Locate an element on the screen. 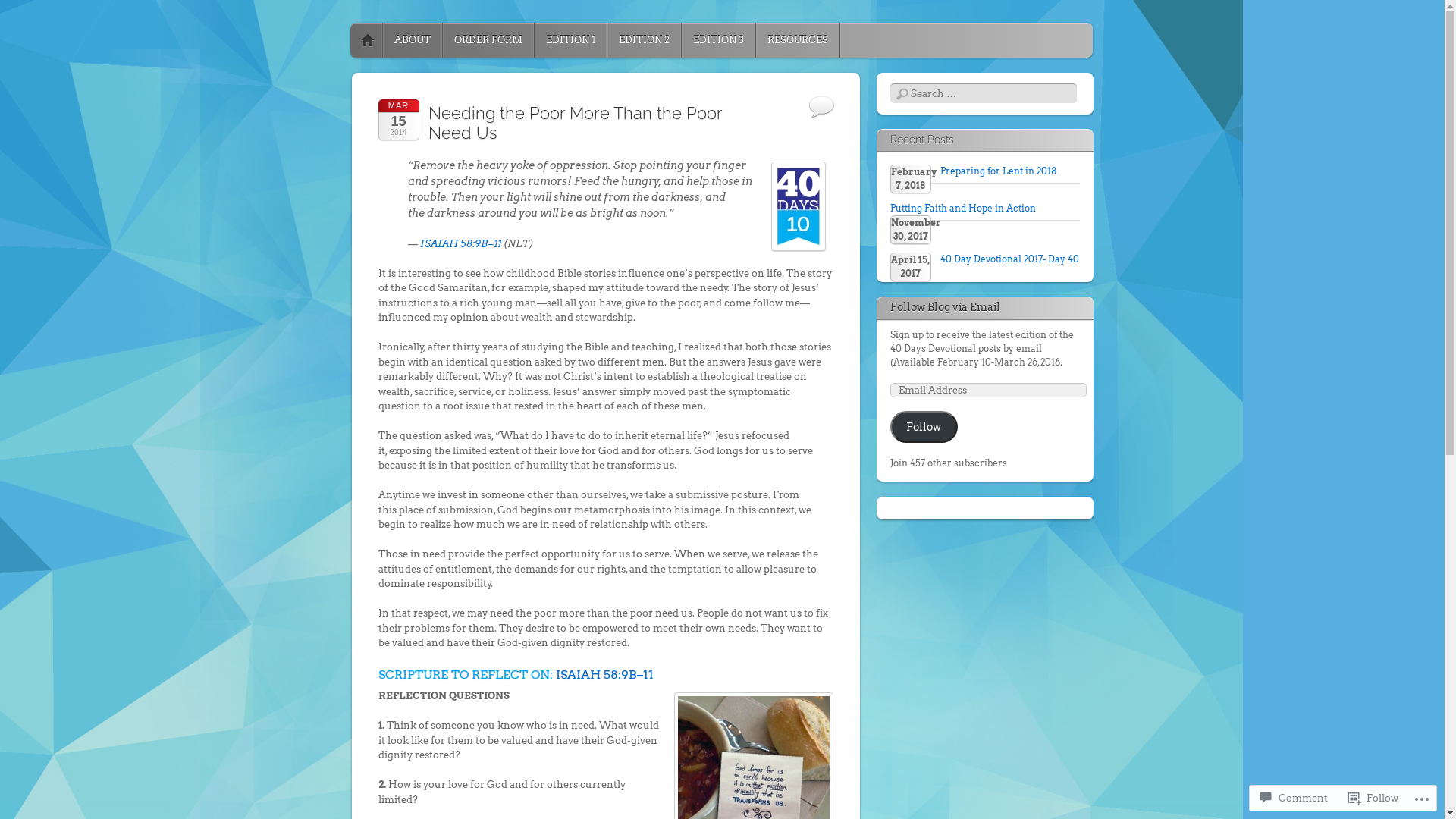 The height and width of the screenshot is (819, 1456). 'Preparing for Lent in 2018' is located at coordinates (998, 171).